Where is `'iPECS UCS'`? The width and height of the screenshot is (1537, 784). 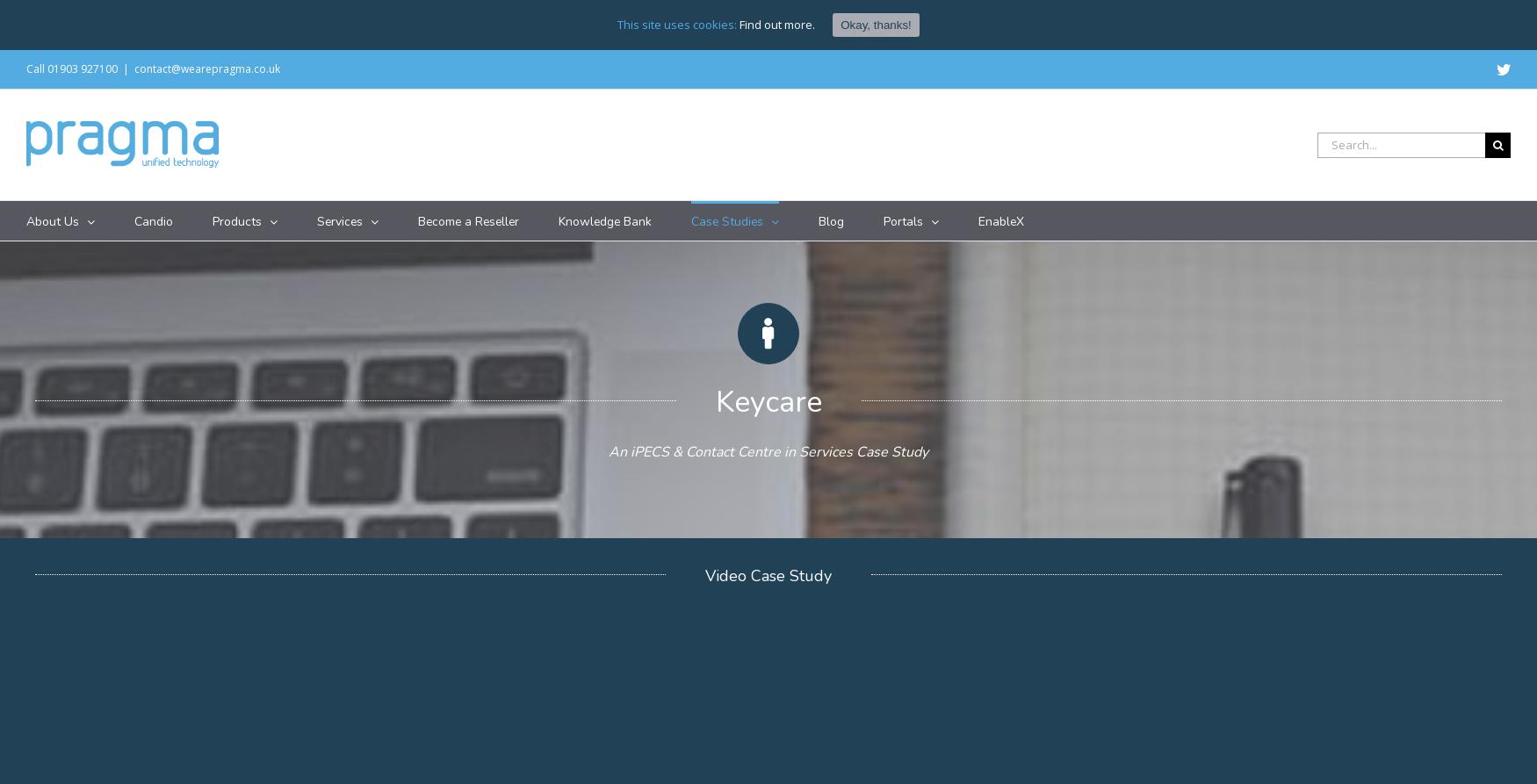
'iPECS UCS' is located at coordinates (572, 380).